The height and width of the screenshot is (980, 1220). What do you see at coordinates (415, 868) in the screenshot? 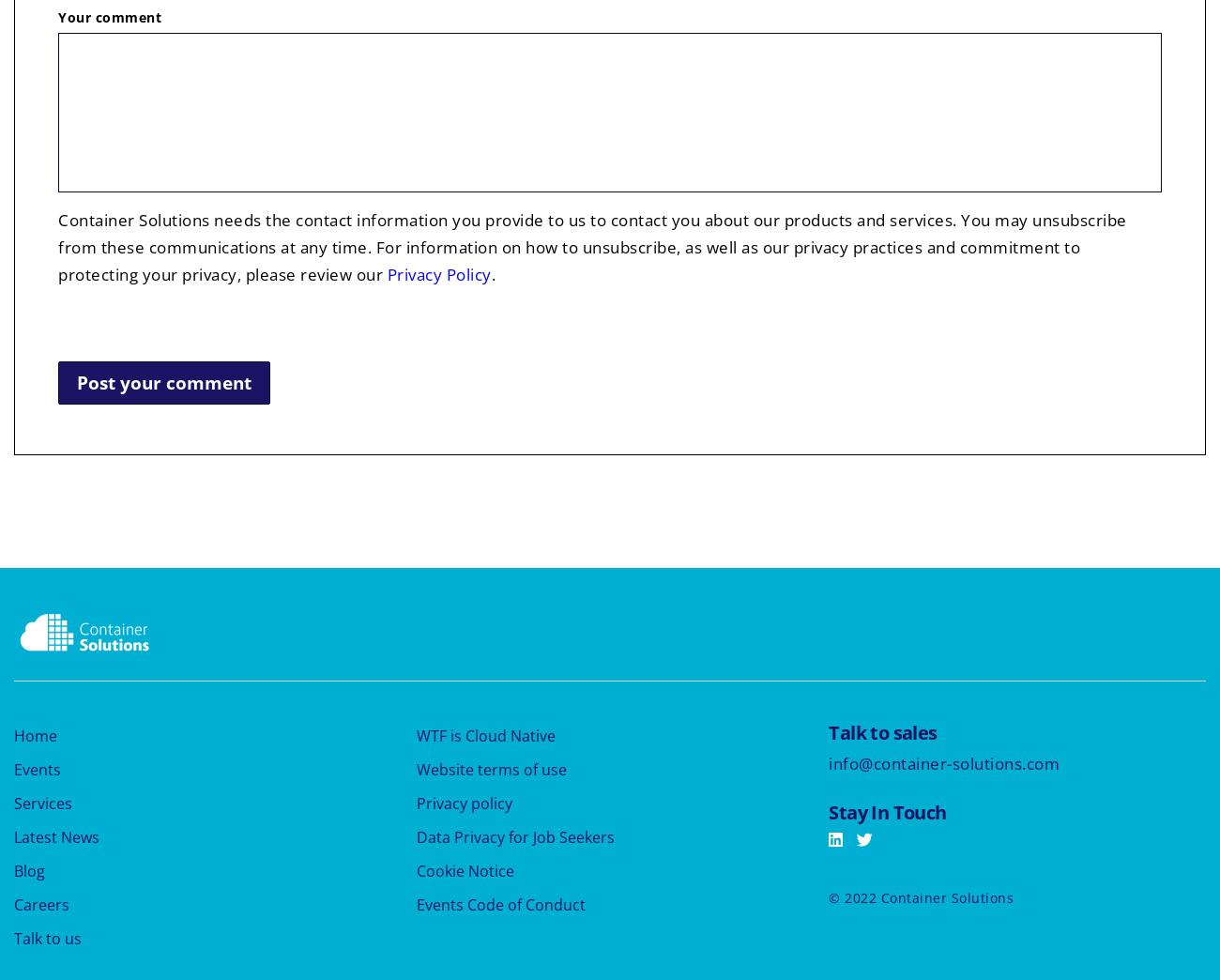
I see `'Cookie Notice'` at bounding box center [415, 868].